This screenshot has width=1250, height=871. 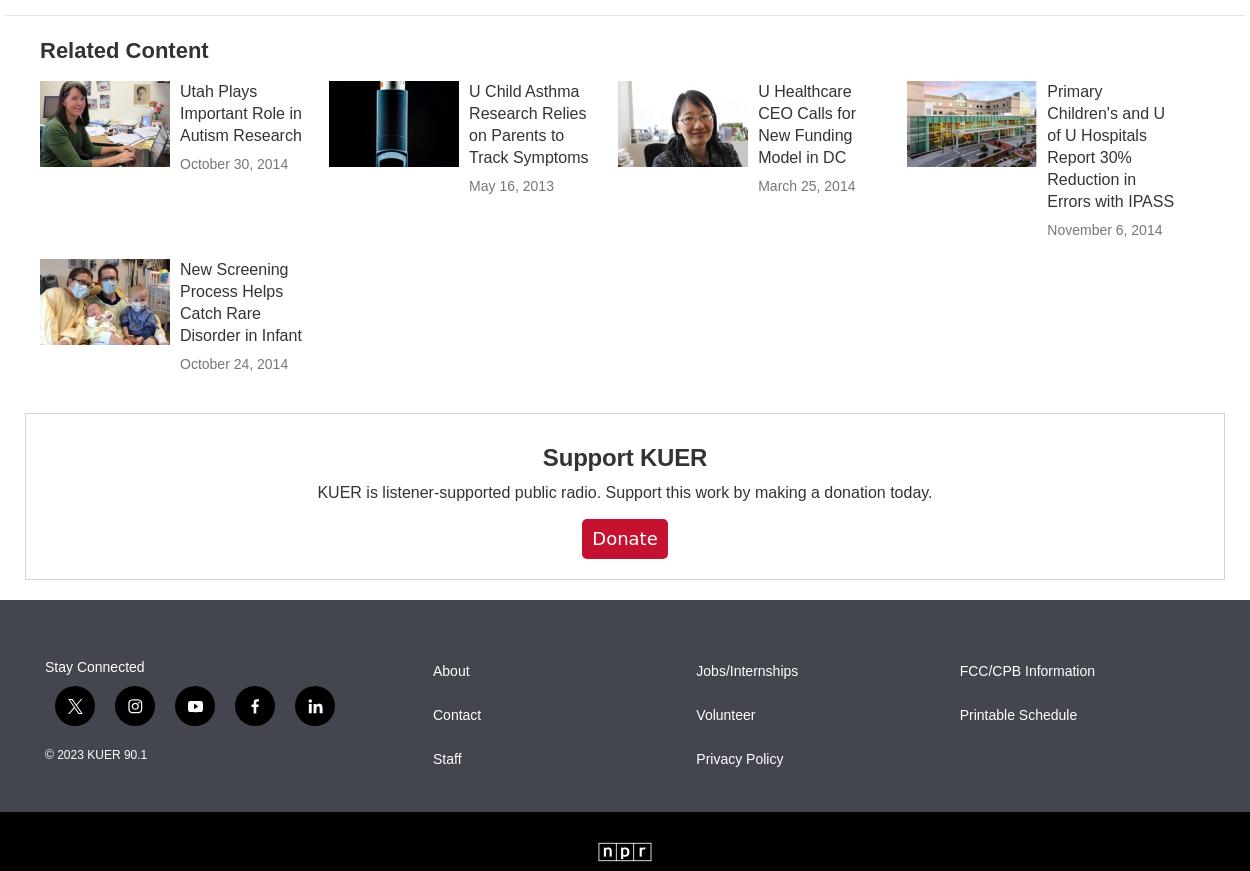 I want to click on 'Support KUER', so click(x=623, y=500).